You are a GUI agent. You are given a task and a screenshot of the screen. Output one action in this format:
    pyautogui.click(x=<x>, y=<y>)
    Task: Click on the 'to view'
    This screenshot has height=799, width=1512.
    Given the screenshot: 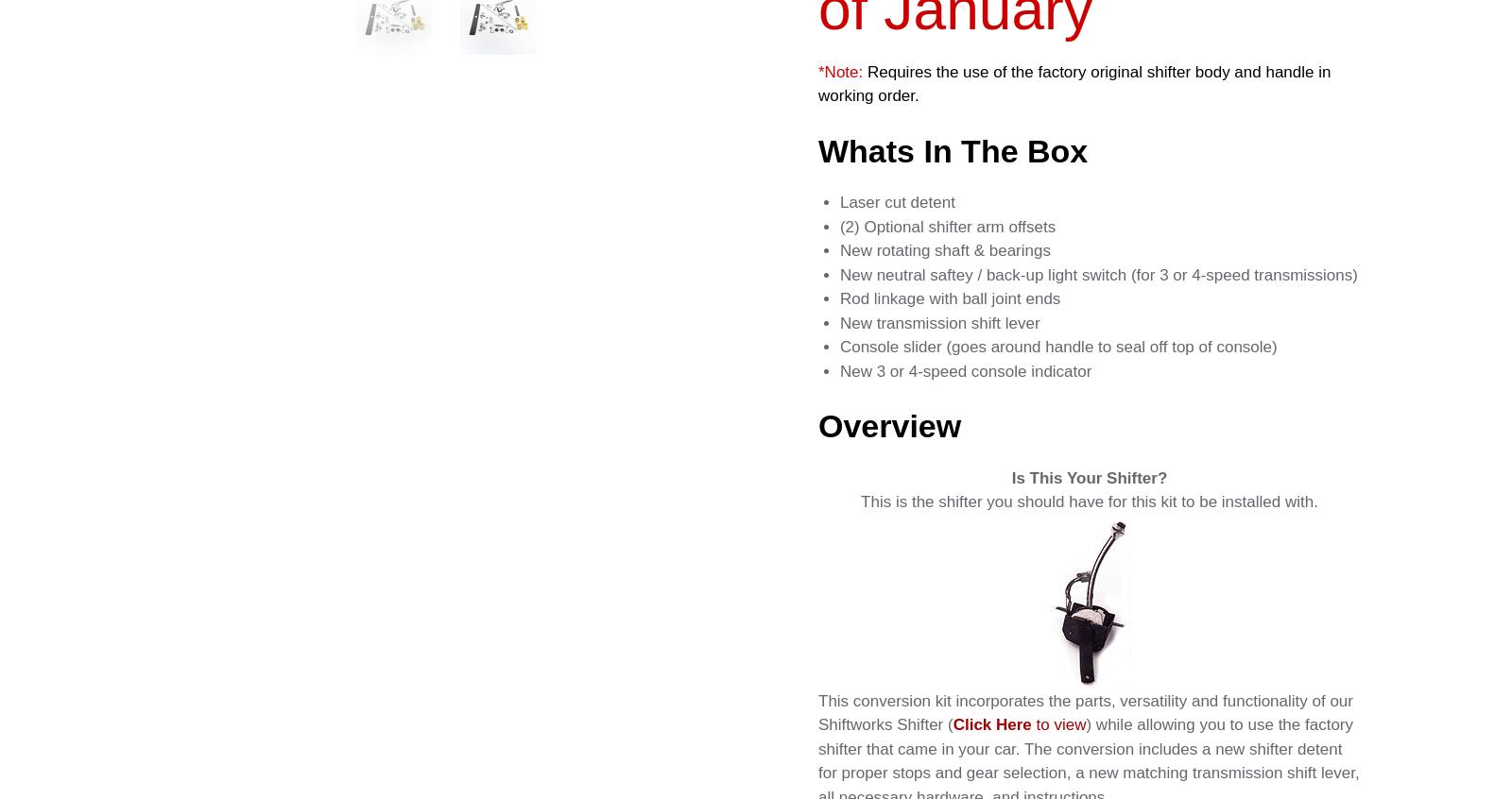 What is the action you would take?
    pyautogui.click(x=1058, y=723)
    